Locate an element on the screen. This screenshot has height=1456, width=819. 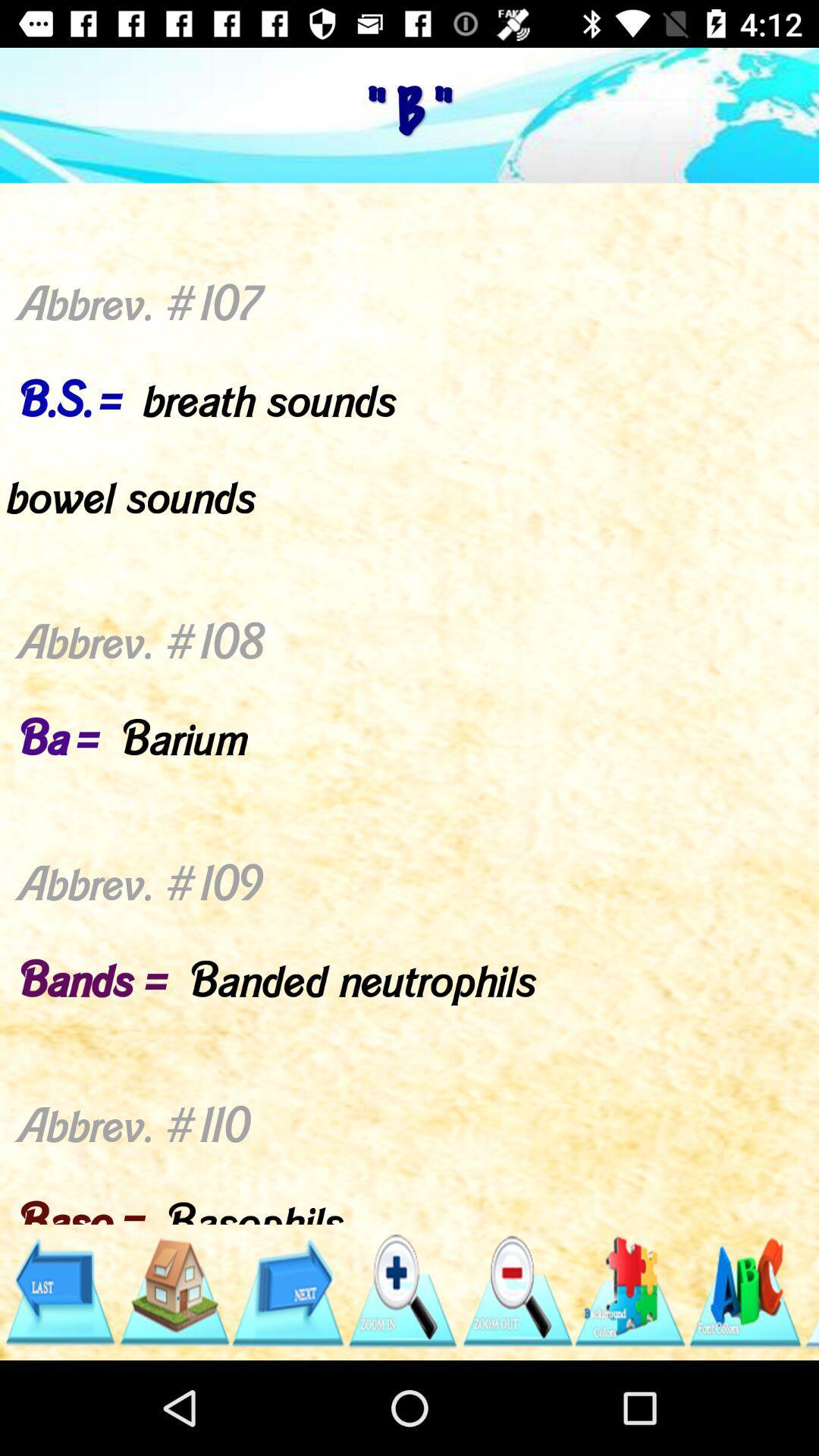
click abc is located at coordinates (744, 1291).